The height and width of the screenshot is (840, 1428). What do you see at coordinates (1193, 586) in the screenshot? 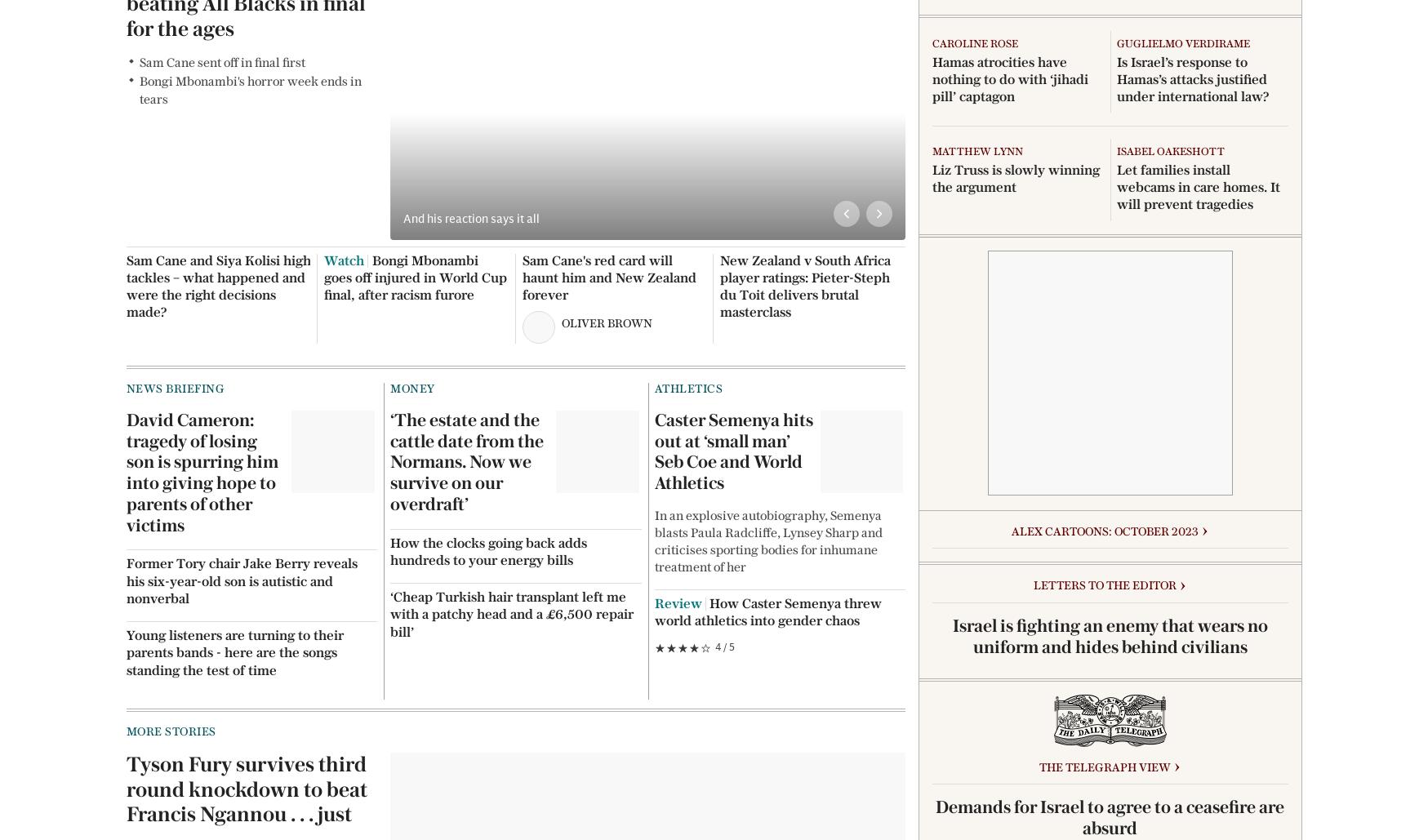
I see `'The 13 best mattresses of 2023 tried and tested at home, including hybrid mattresses'` at bounding box center [1193, 586].